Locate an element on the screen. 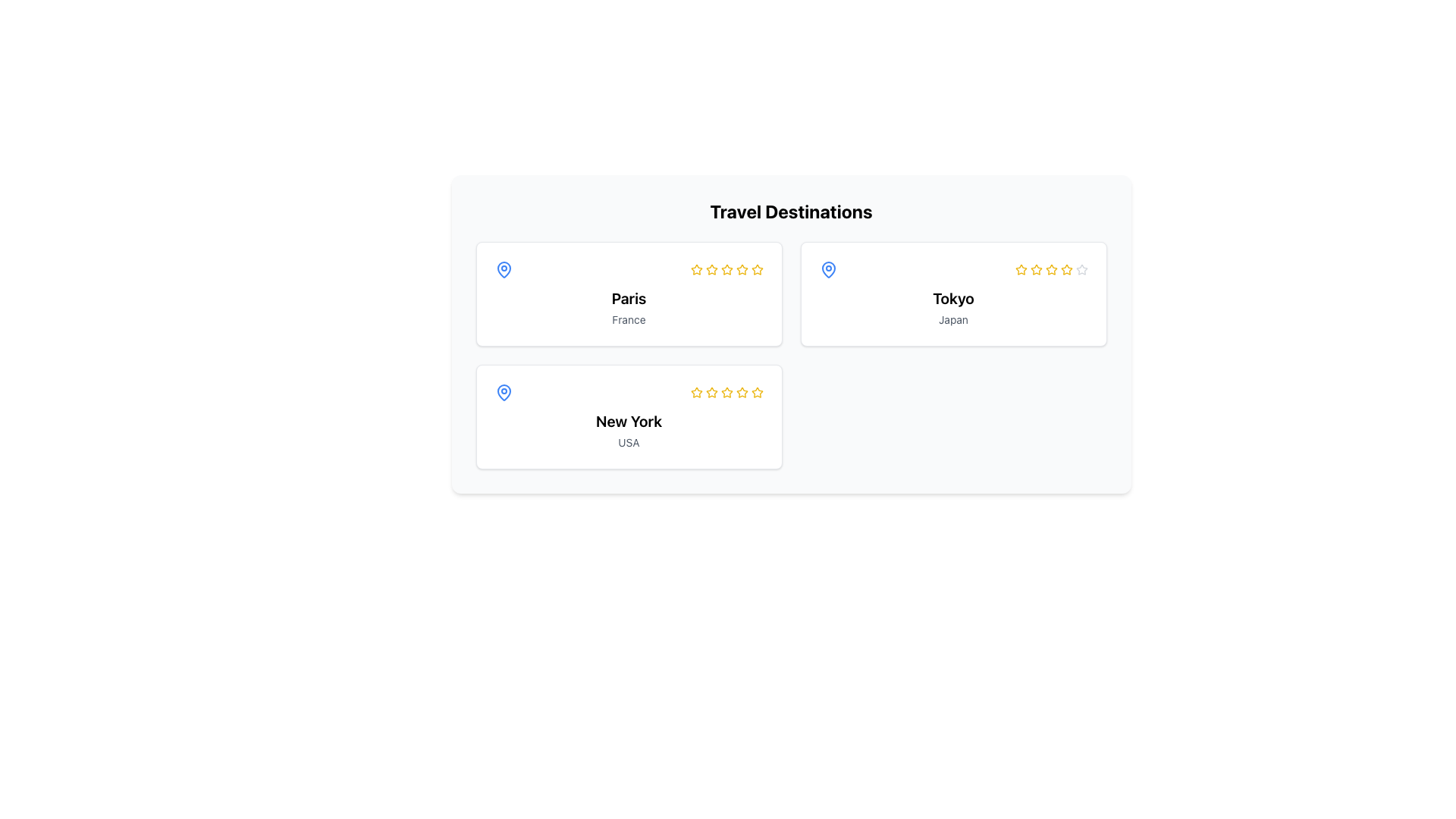 The width and height of the screenshot is (1456, 819). the third star icon is located at coordinates (757, 268).